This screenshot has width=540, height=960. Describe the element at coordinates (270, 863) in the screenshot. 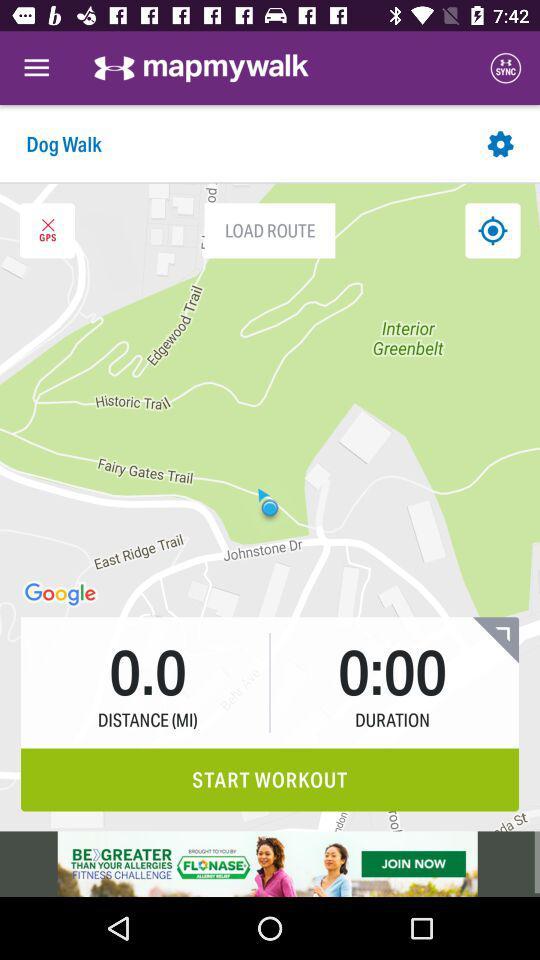

I see `details about advertisement` at that location.